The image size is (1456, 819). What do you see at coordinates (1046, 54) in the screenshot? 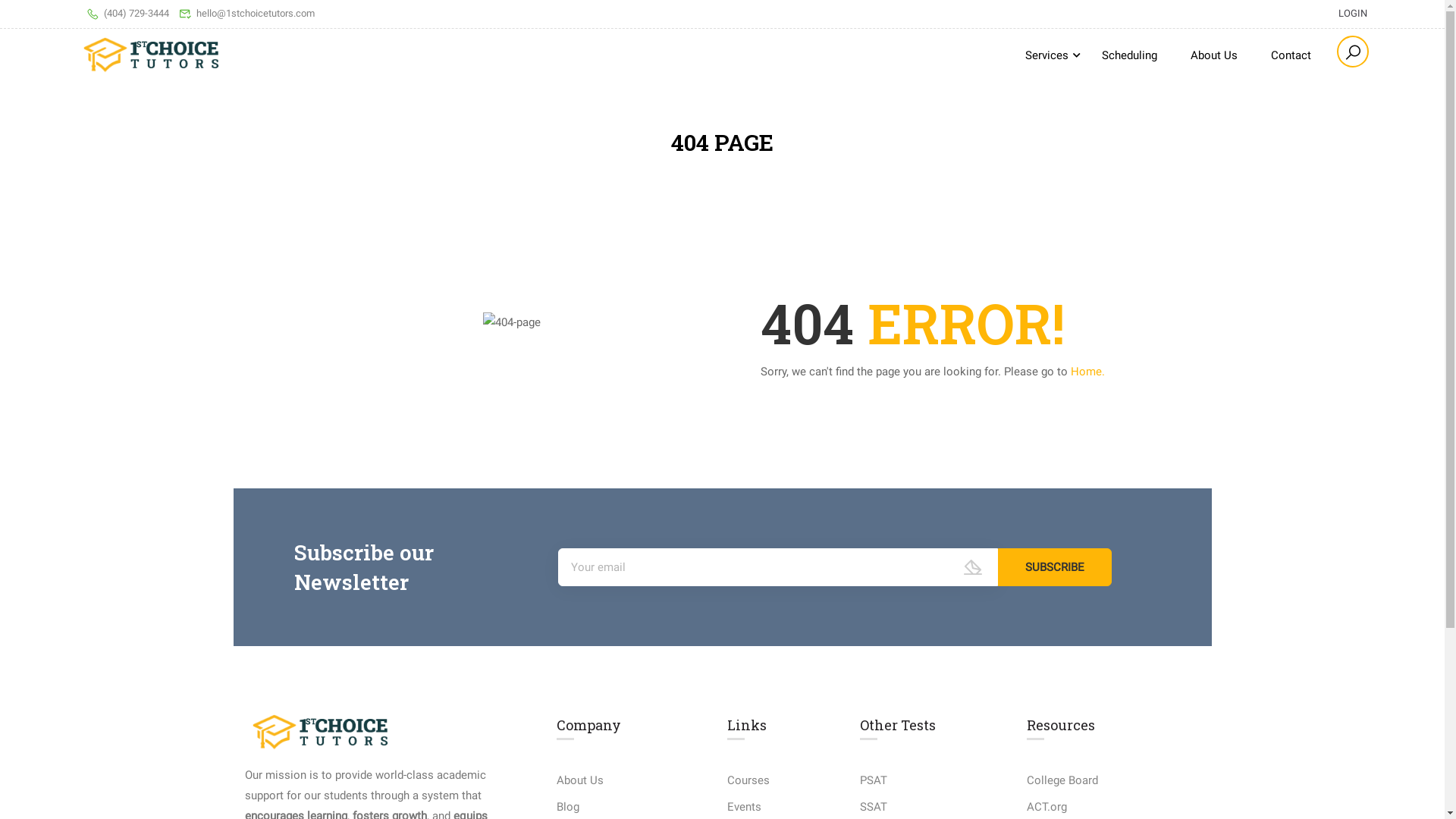
I see `'Services'` at bounding box center [1046, 54].